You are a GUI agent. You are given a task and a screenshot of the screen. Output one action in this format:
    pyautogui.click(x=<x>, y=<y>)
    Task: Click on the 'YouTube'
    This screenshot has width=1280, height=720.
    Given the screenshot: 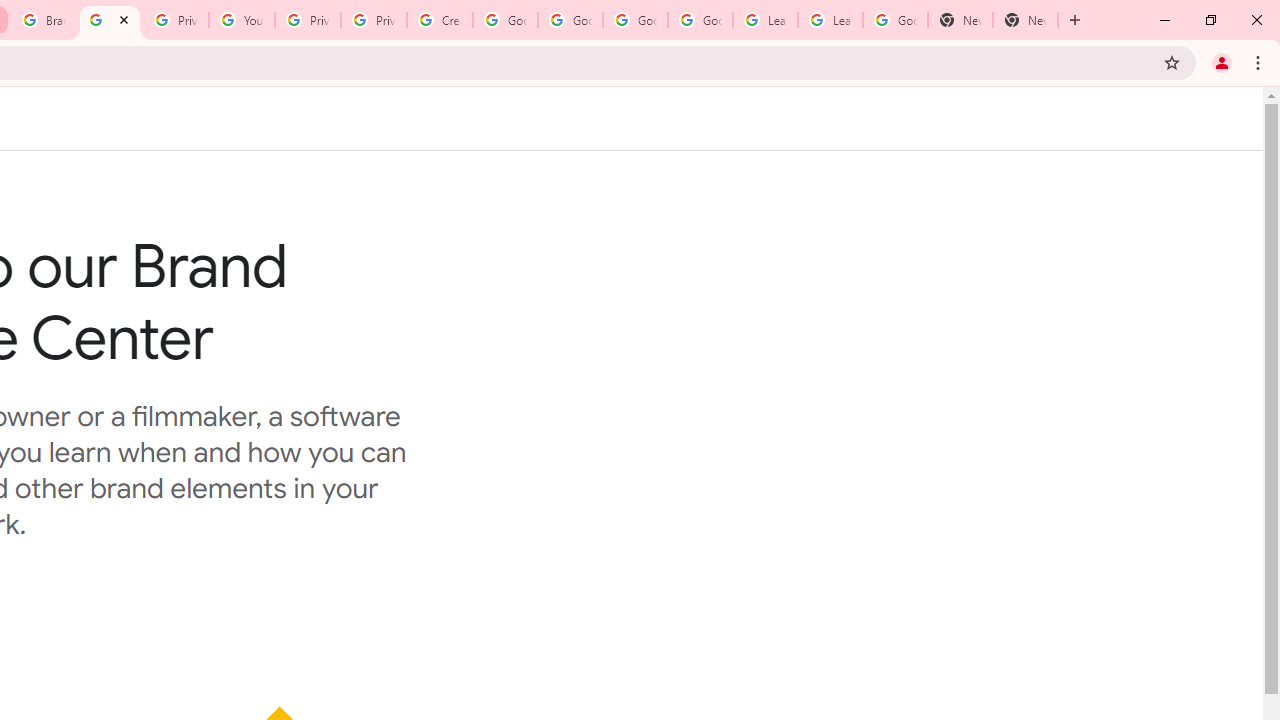 What is the action you would take?
    pyautogui.click(x=240, y=20)
    